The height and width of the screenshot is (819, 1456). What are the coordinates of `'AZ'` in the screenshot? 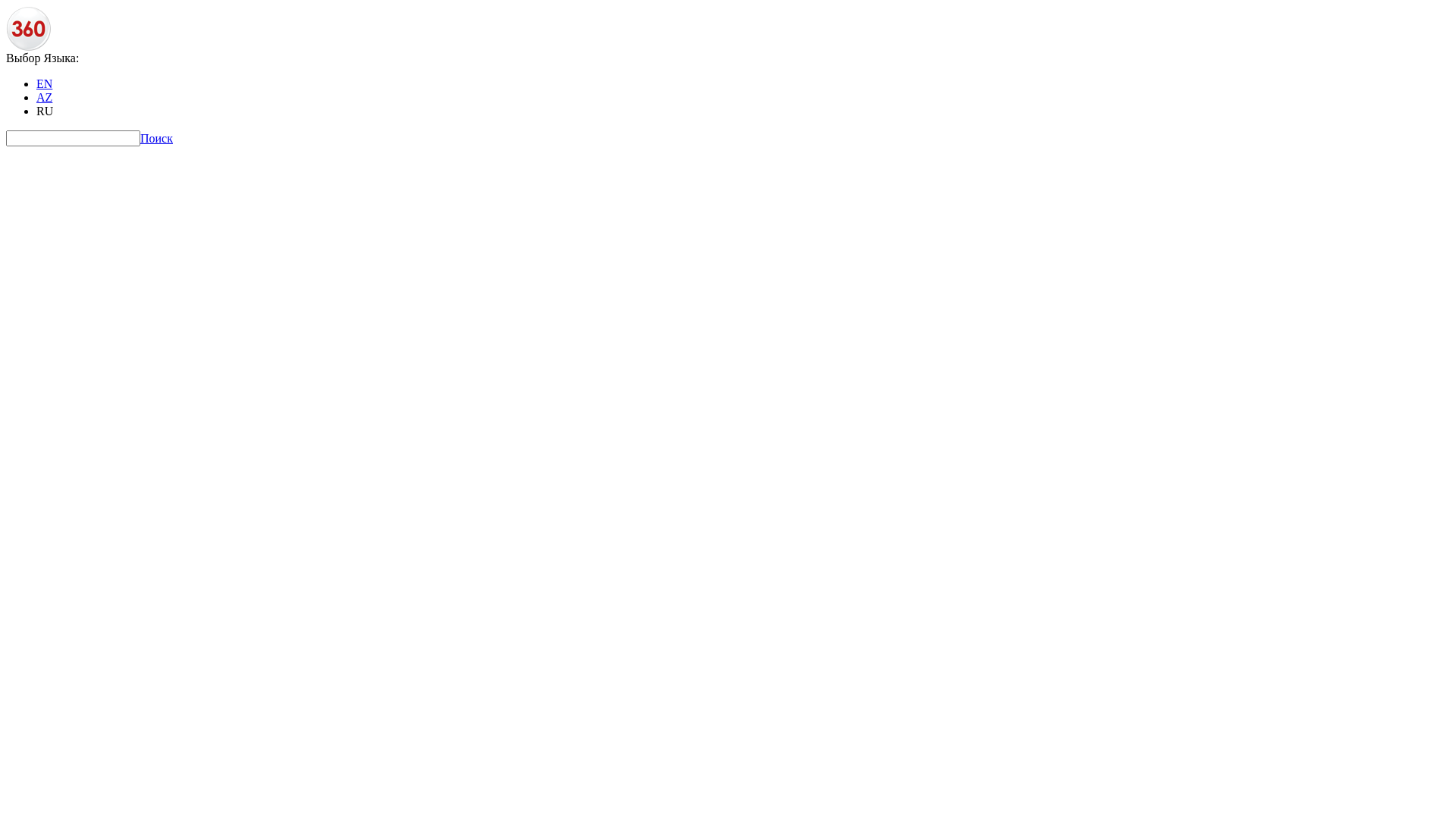 It's located at (44, 97).